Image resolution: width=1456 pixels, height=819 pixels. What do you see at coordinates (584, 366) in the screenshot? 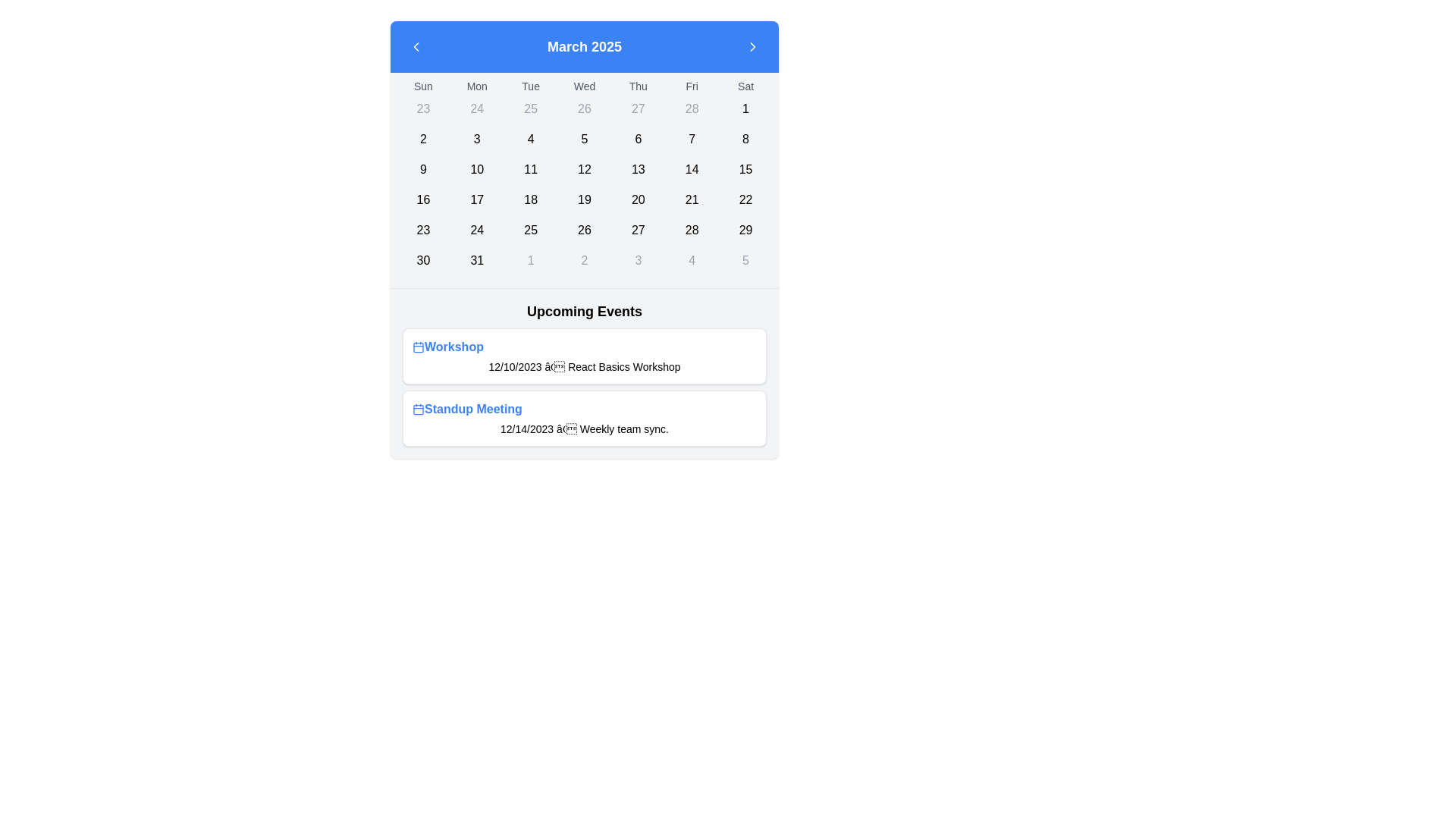
I see `the text element displaying '12/10/2023 – React Basics Workshop', which is located beneath the bold title 'Workshop' in the 'Upcoming Events' section` at bounding box center [584, 366].